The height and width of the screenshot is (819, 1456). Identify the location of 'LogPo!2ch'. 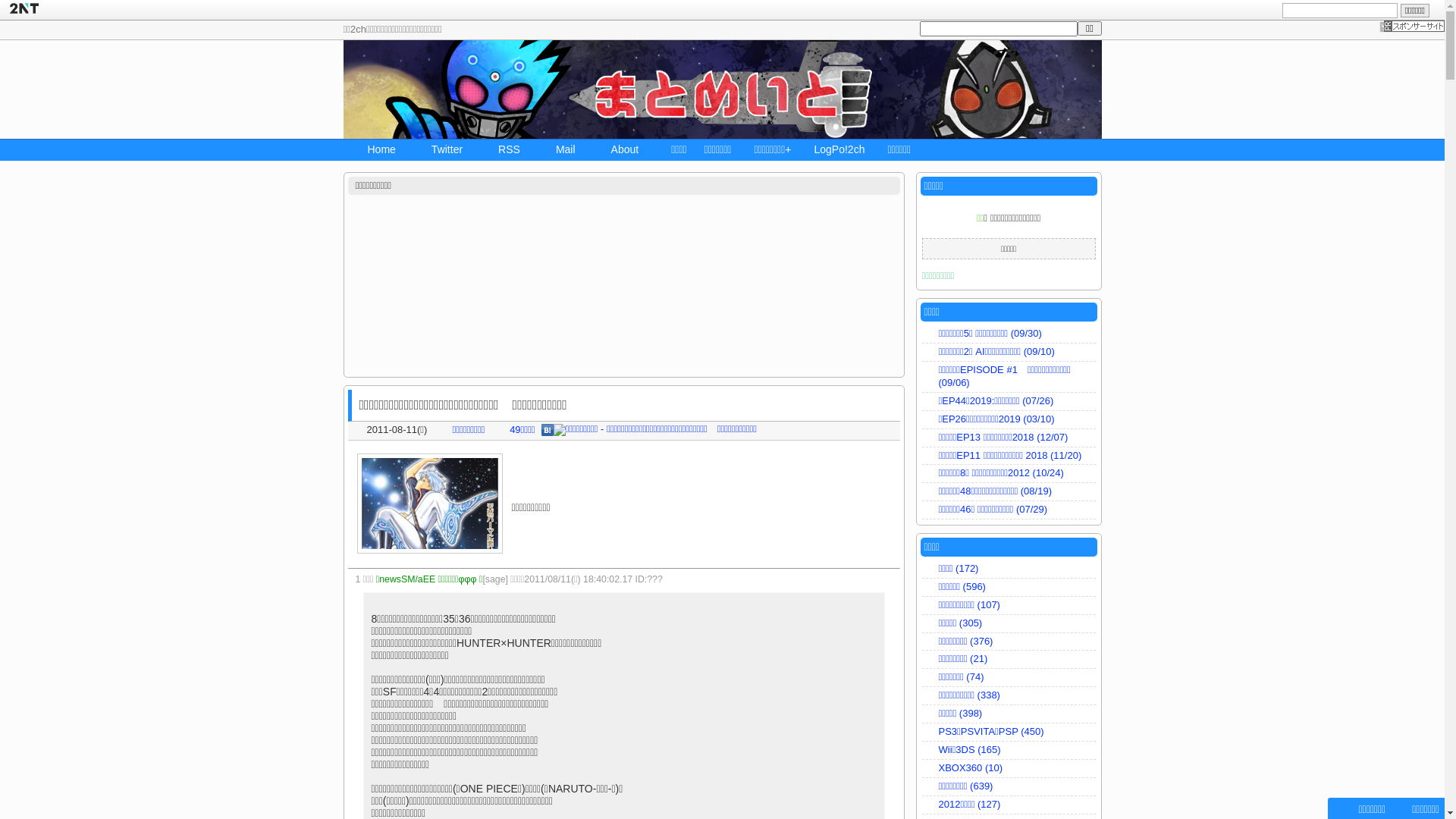
(839, 151).